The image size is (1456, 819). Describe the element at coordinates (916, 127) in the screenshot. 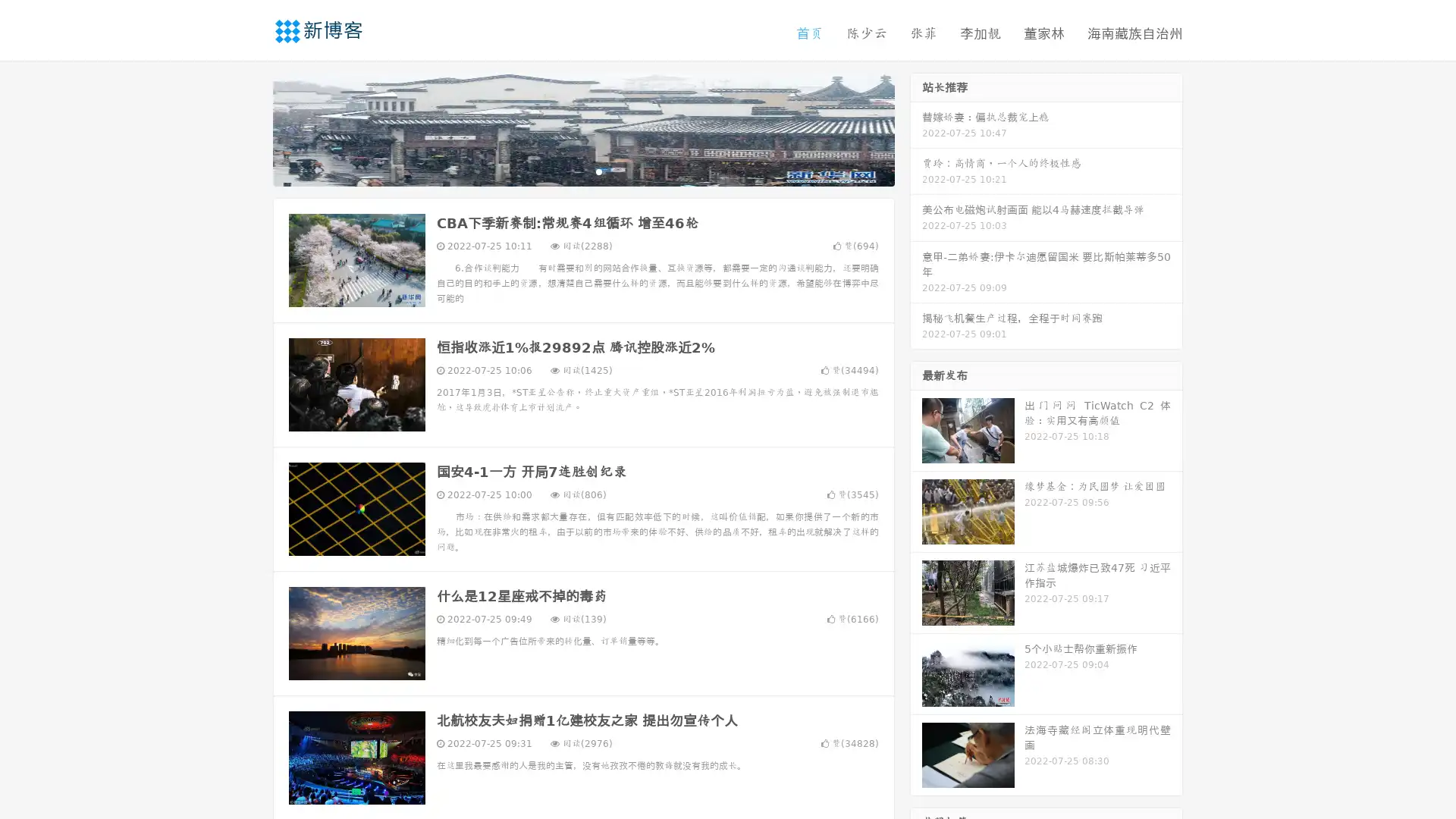

I see `Next slide` at that location.